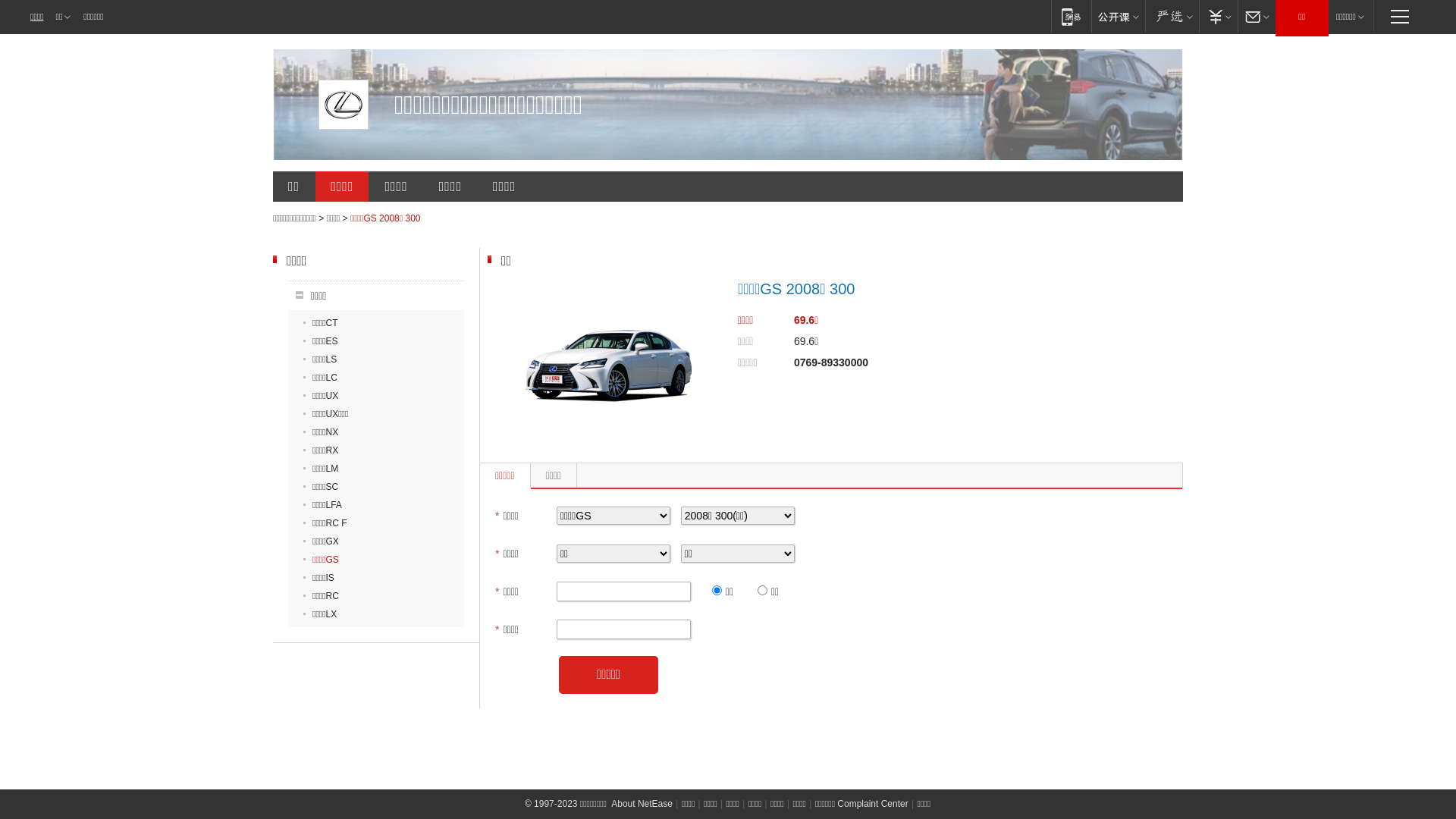 The image size is (1456, 819). I want to click on 'About NetEase', so click(610, 803).